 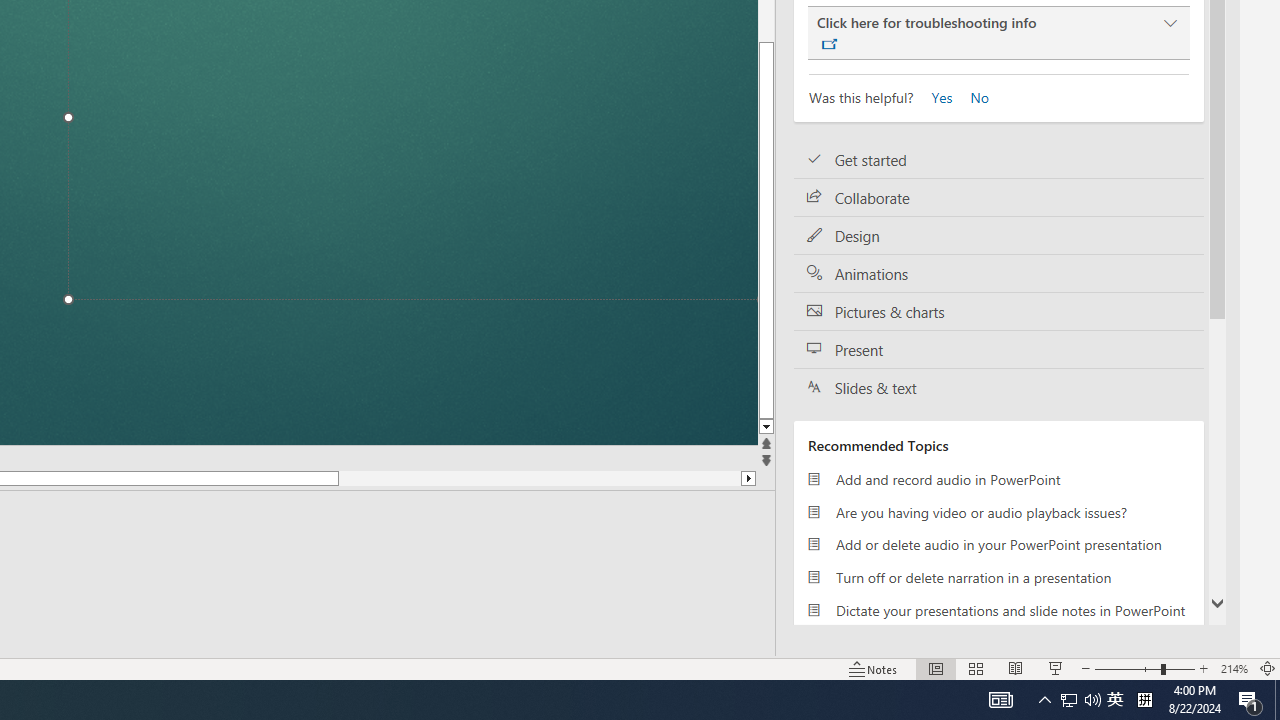 What do you see at coordinates (972, 96) in the screenshot?
I see `'No'` at bounding box center [972, 96].